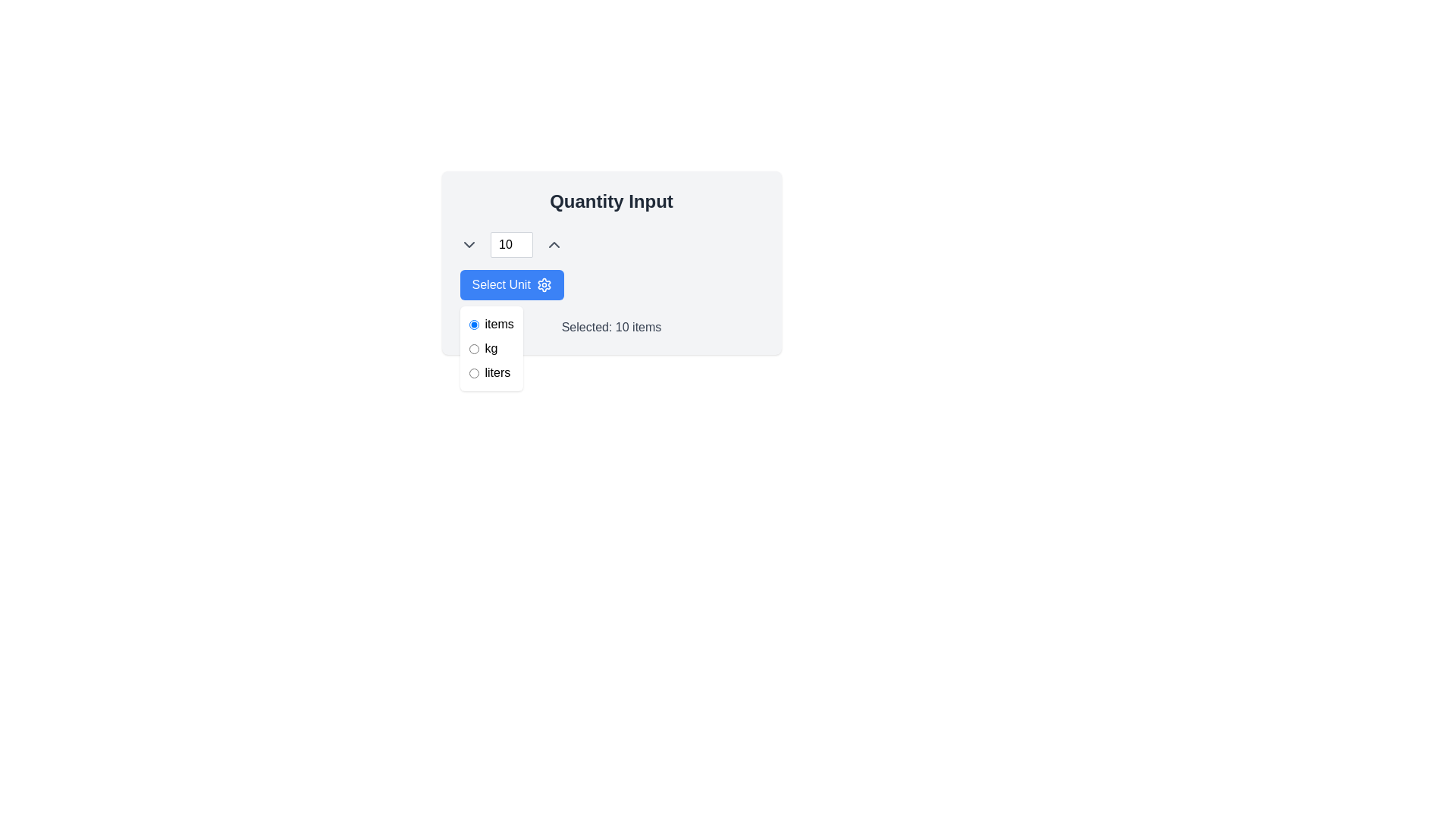 This screenshot has width=1456, height=819. I want to click on the gear icon located to the right of the 'Select Unit' button, which is styled in blue and has a simple design typical of settings icons, so click(544, 284).